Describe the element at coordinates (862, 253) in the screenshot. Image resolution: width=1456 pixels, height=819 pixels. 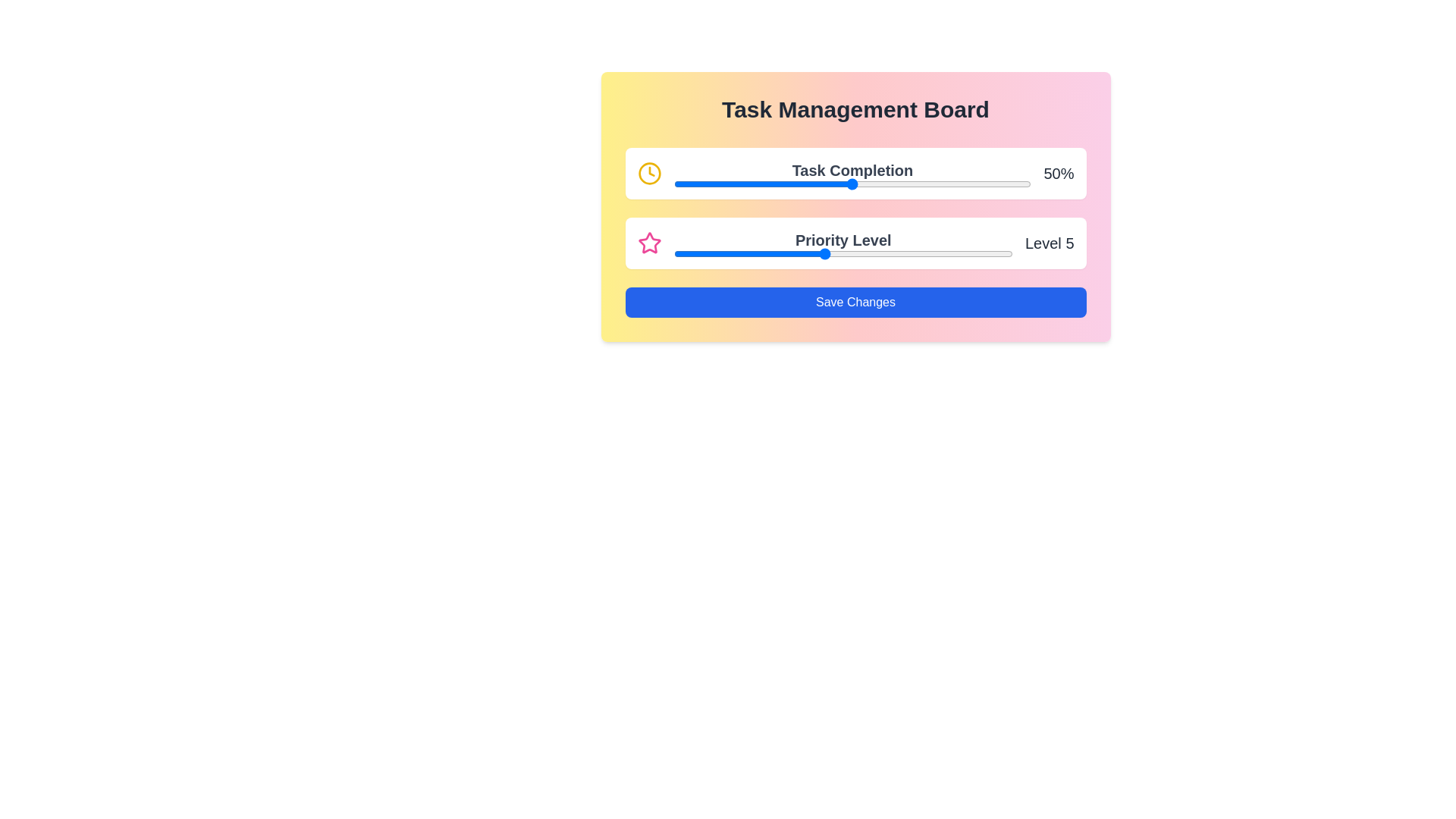
I see `priority level` at that location.